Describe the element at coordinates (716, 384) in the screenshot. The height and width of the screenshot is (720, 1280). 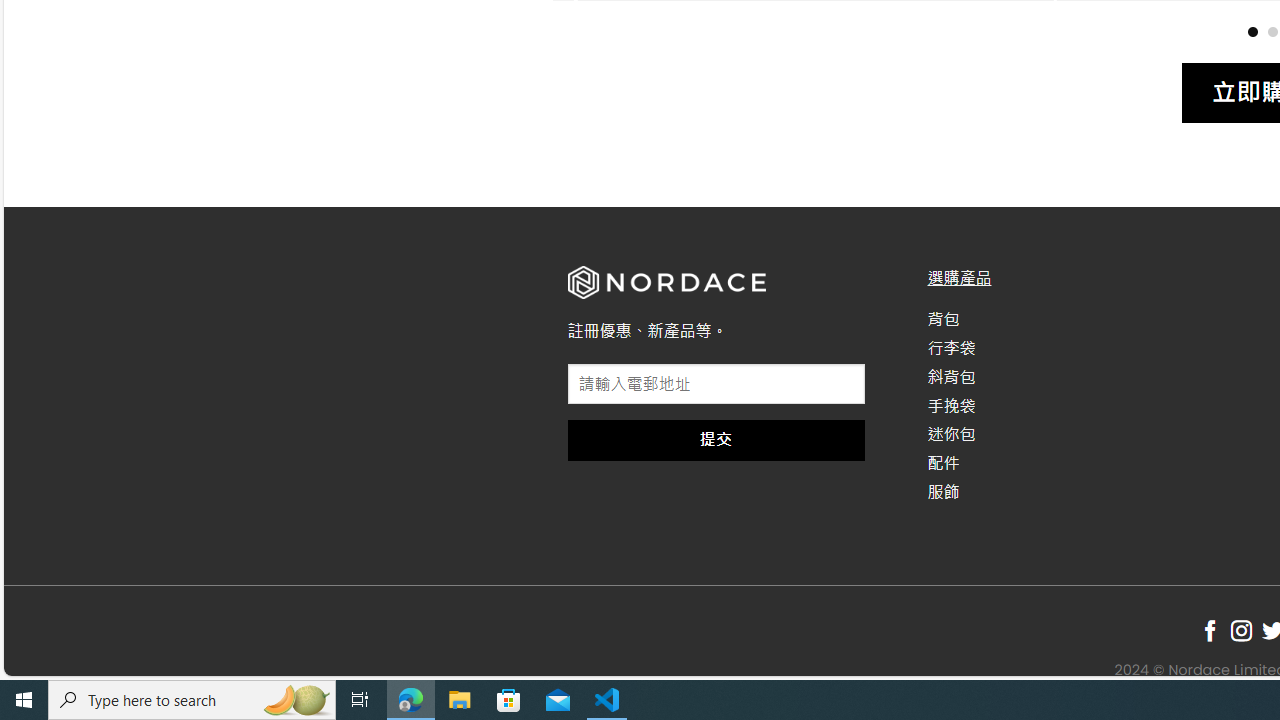
I see `'AutomationID: input_4_1'` at that location.